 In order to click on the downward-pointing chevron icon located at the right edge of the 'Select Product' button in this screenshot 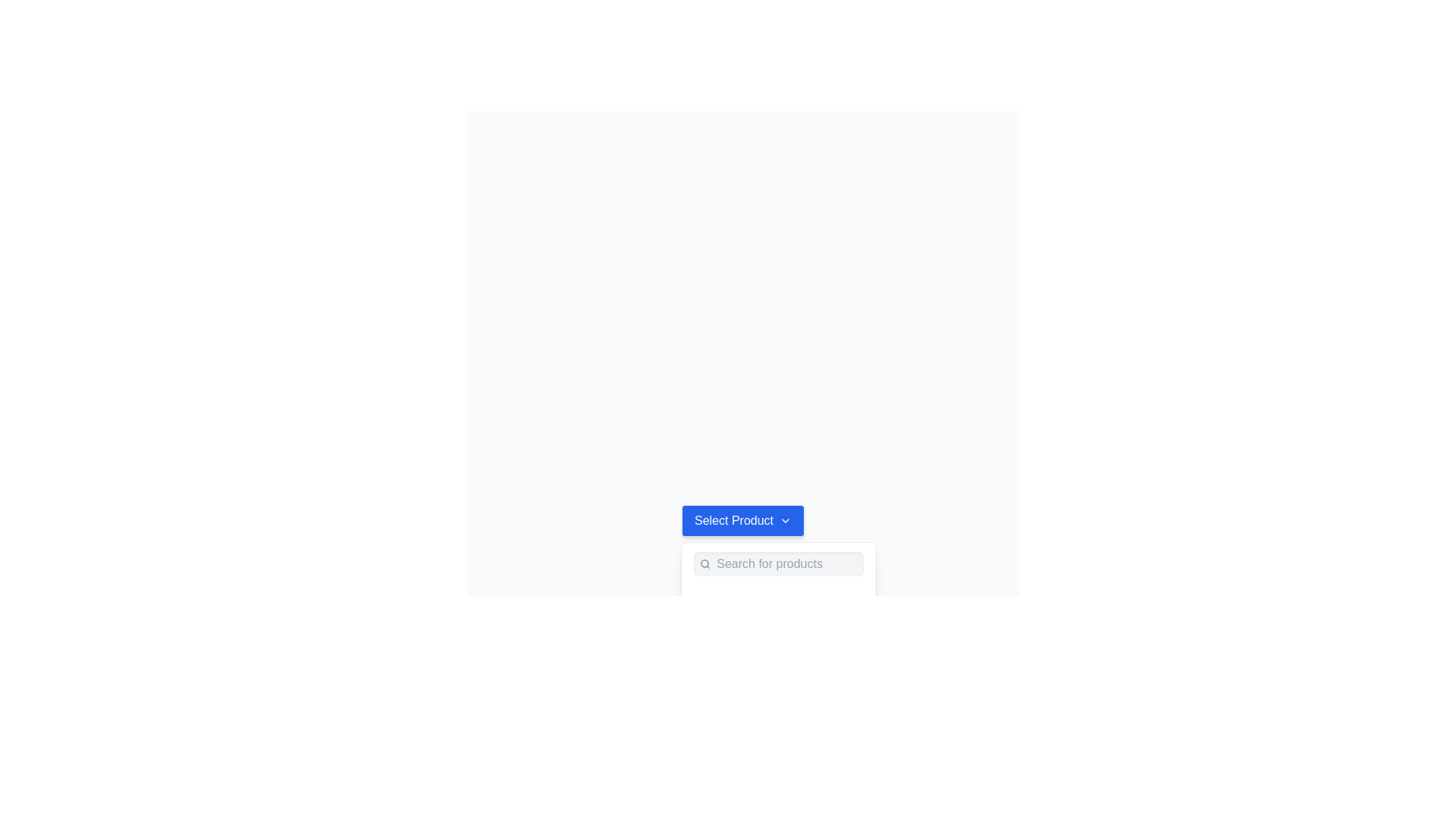, I will do `click(786, 519)`.